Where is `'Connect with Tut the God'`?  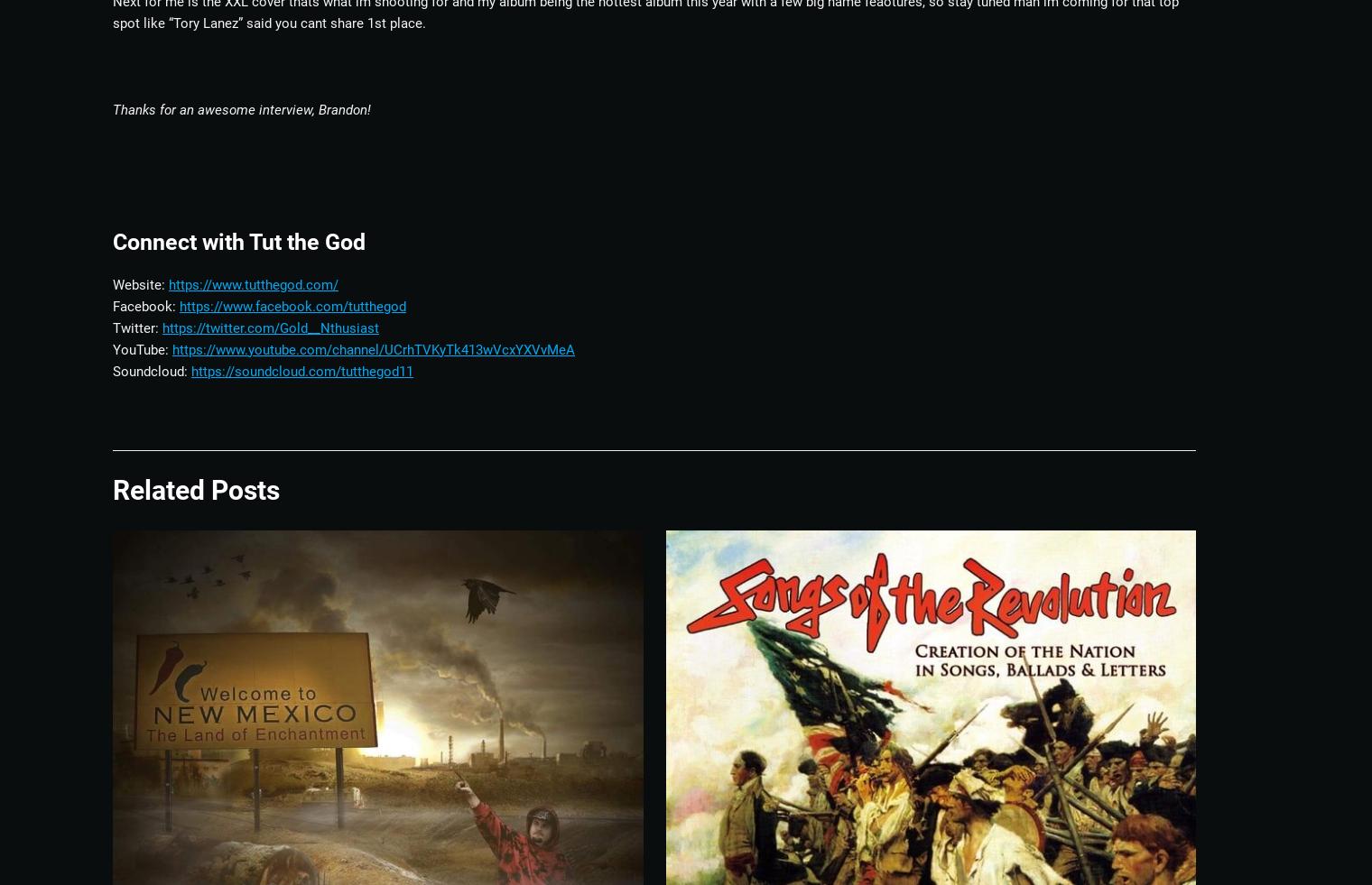
'Connect with Tut the God' is located at coordinates (237, 240).